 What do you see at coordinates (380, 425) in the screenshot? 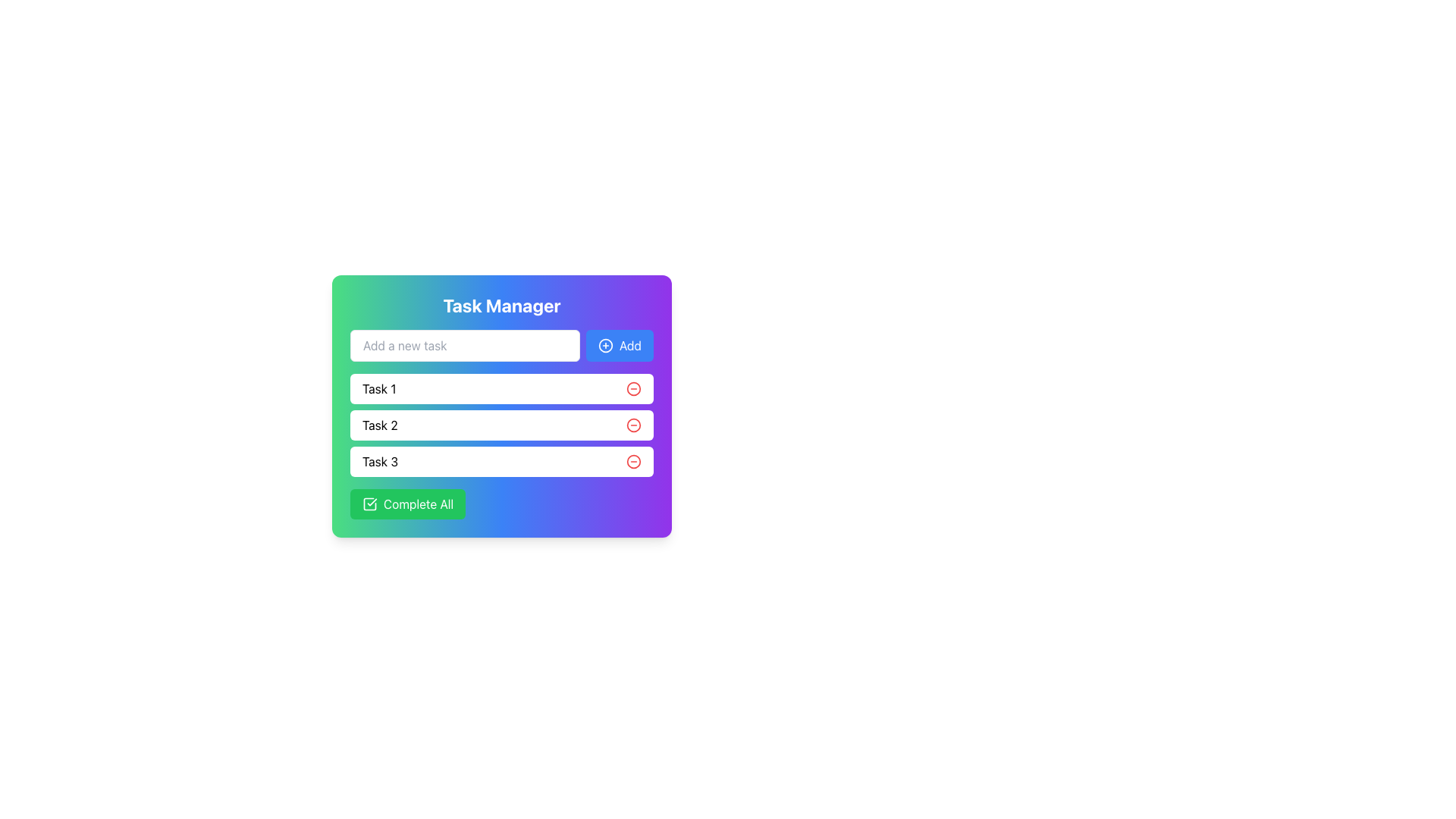
I see `the Text Label displaying the second task in the list, located between 'Task 1' and 'Task 3'` at bounding box center [380, 425].